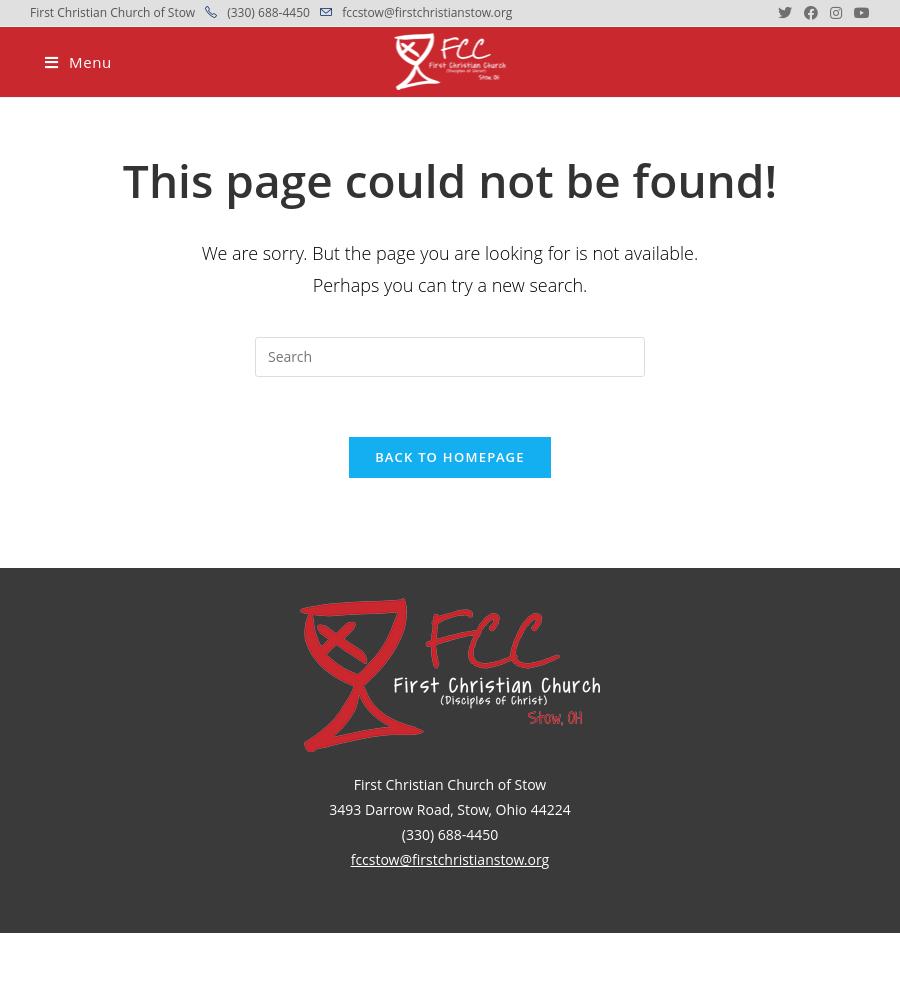 The width and height of the screenshot is (900, 1000). What do you see at coordinates (200, 252) in the screenshot?
I see `'We are sorry. But the page you are looking for is not available.'` at bounding box center [200, 252].